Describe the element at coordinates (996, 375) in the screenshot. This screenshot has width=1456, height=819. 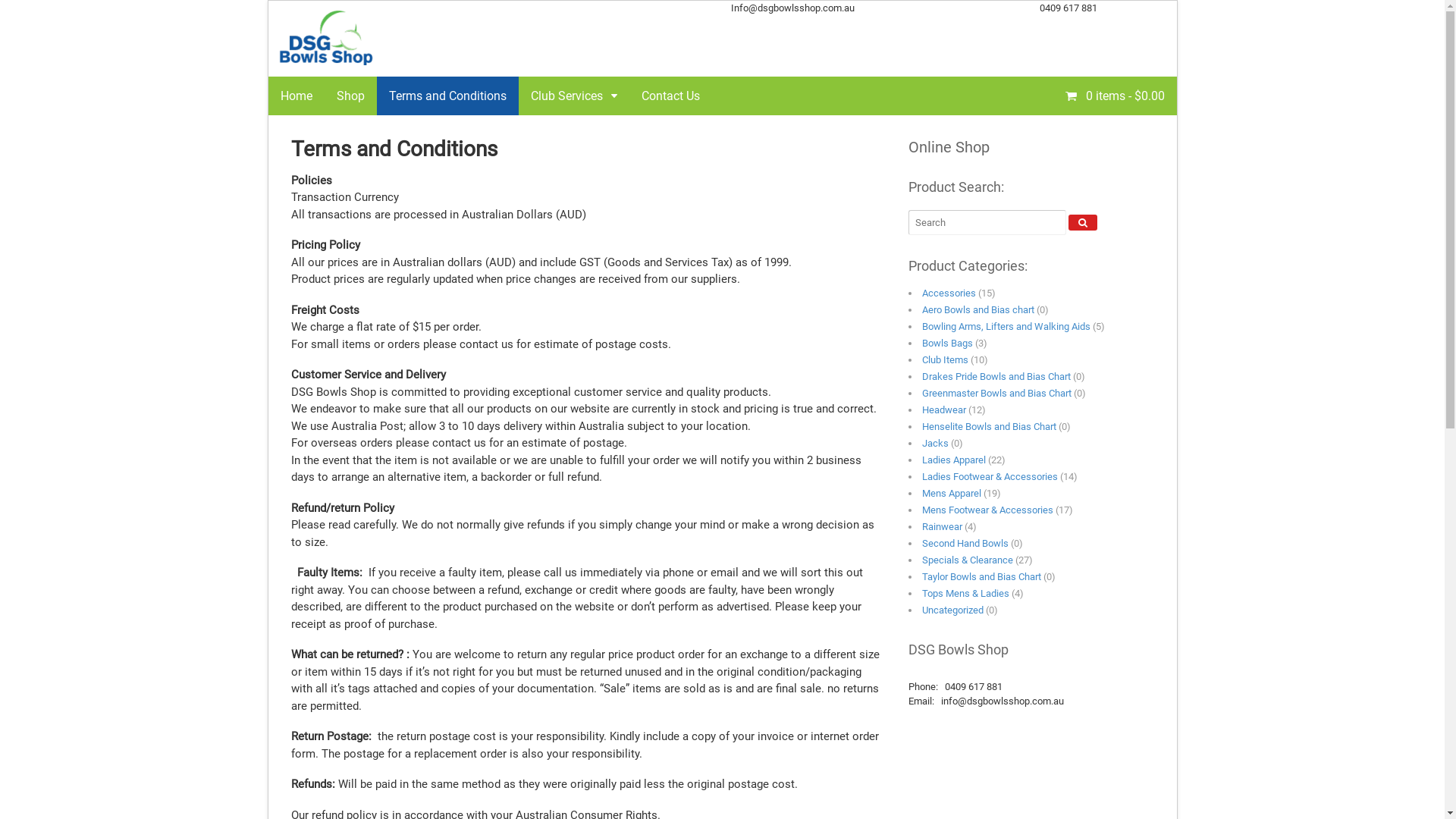
I see `'Drakes Pride Bowls and Bias Chart'` at that location.